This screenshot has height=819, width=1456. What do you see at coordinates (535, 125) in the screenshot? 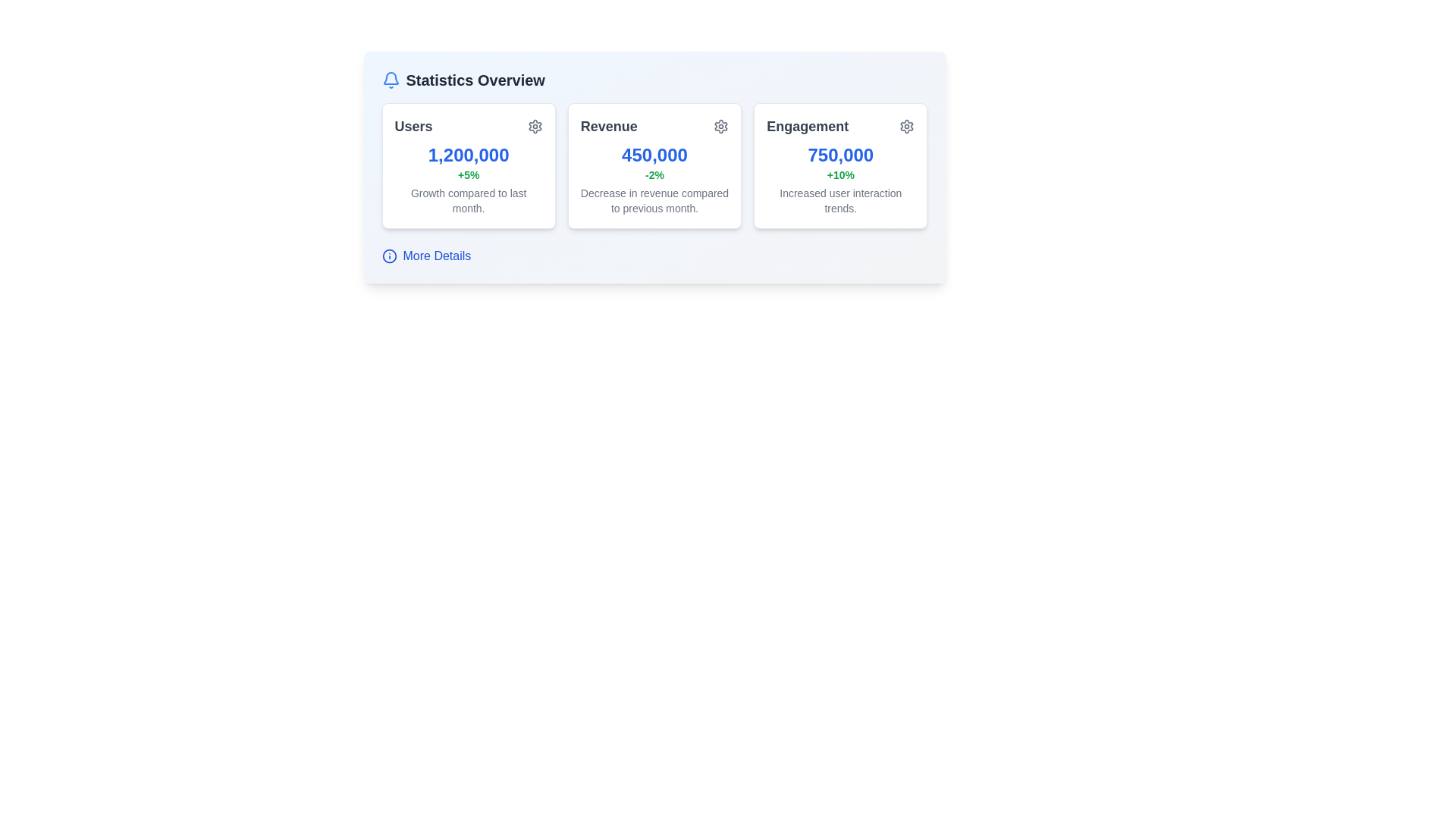
I see `the gear-shaped icon in the top-right corner of the 'Users' card` at bounding box center [535, 125].